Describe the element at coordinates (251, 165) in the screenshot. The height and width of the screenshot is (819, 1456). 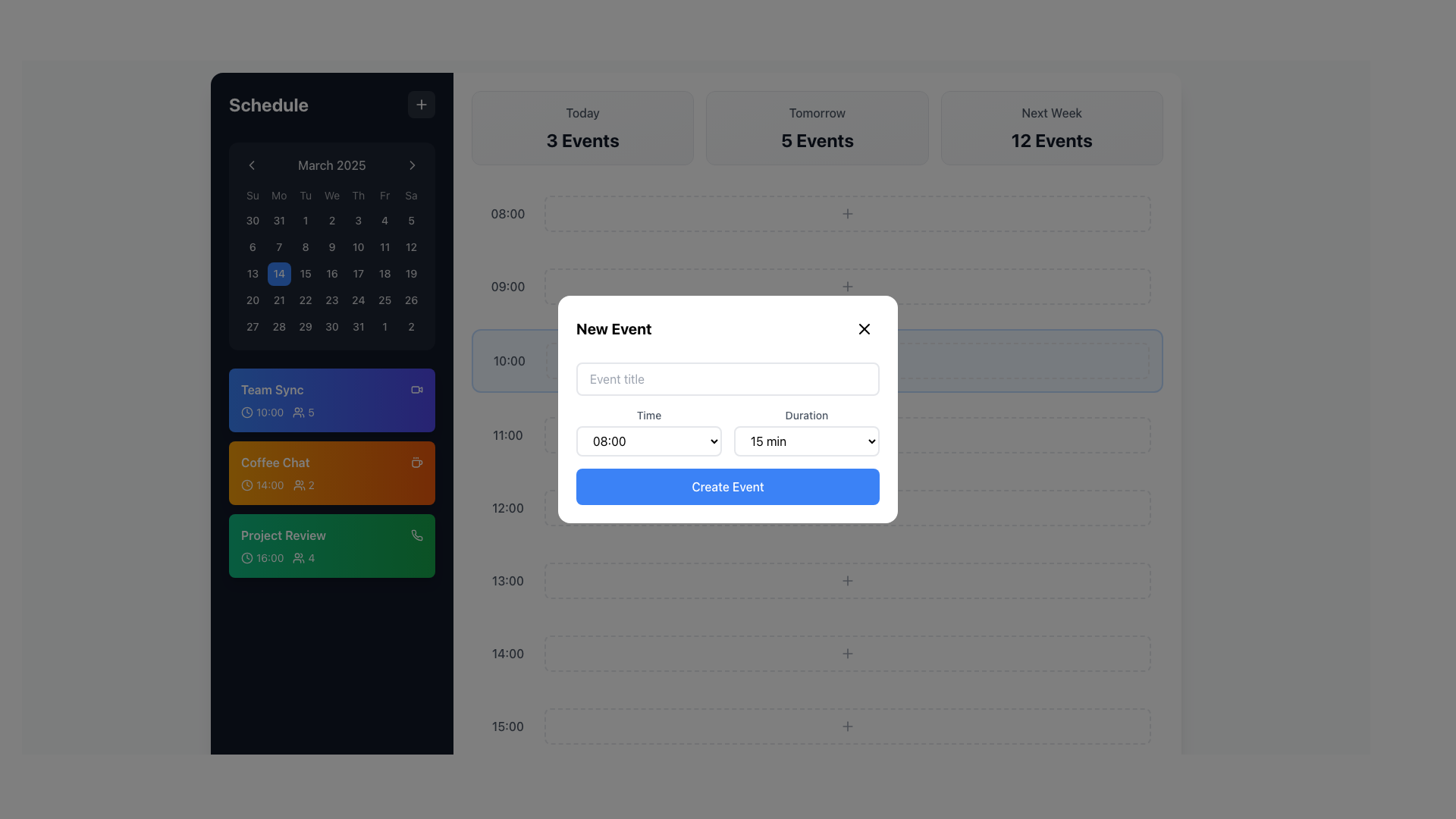
I see `the leftward-facing chevron icon button located in the left sidebar adjacent to the heading 'March 2025'` at that location.